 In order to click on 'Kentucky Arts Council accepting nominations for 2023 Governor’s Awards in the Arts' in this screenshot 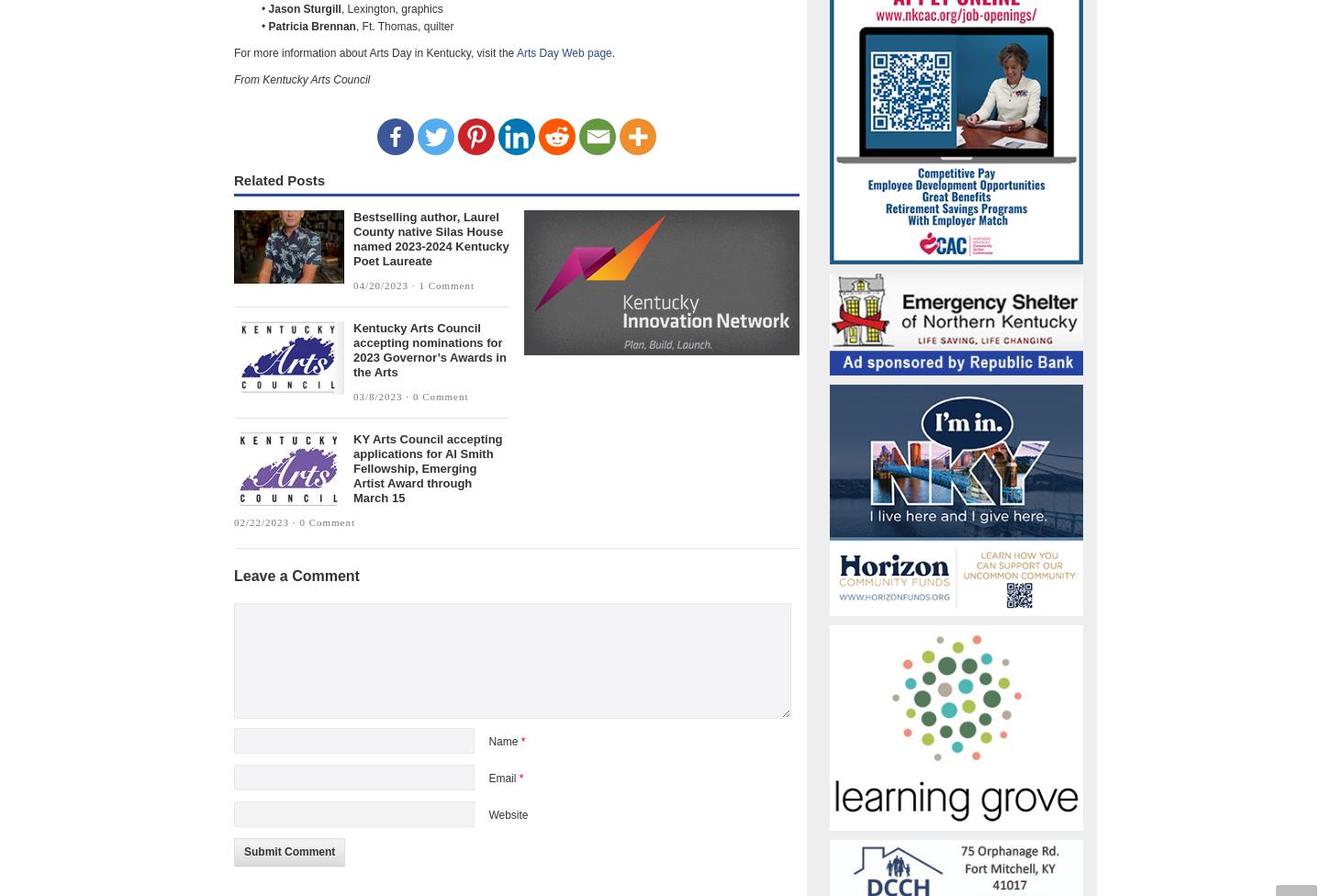, I will do `click(429, 349)`.